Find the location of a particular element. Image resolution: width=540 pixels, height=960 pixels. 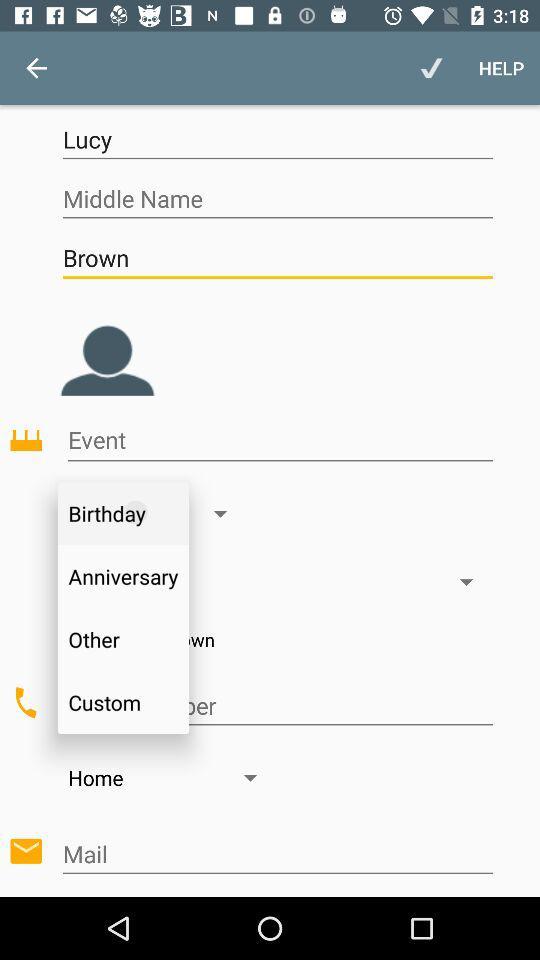

the avatar icon is located at coordinates (107, 345).